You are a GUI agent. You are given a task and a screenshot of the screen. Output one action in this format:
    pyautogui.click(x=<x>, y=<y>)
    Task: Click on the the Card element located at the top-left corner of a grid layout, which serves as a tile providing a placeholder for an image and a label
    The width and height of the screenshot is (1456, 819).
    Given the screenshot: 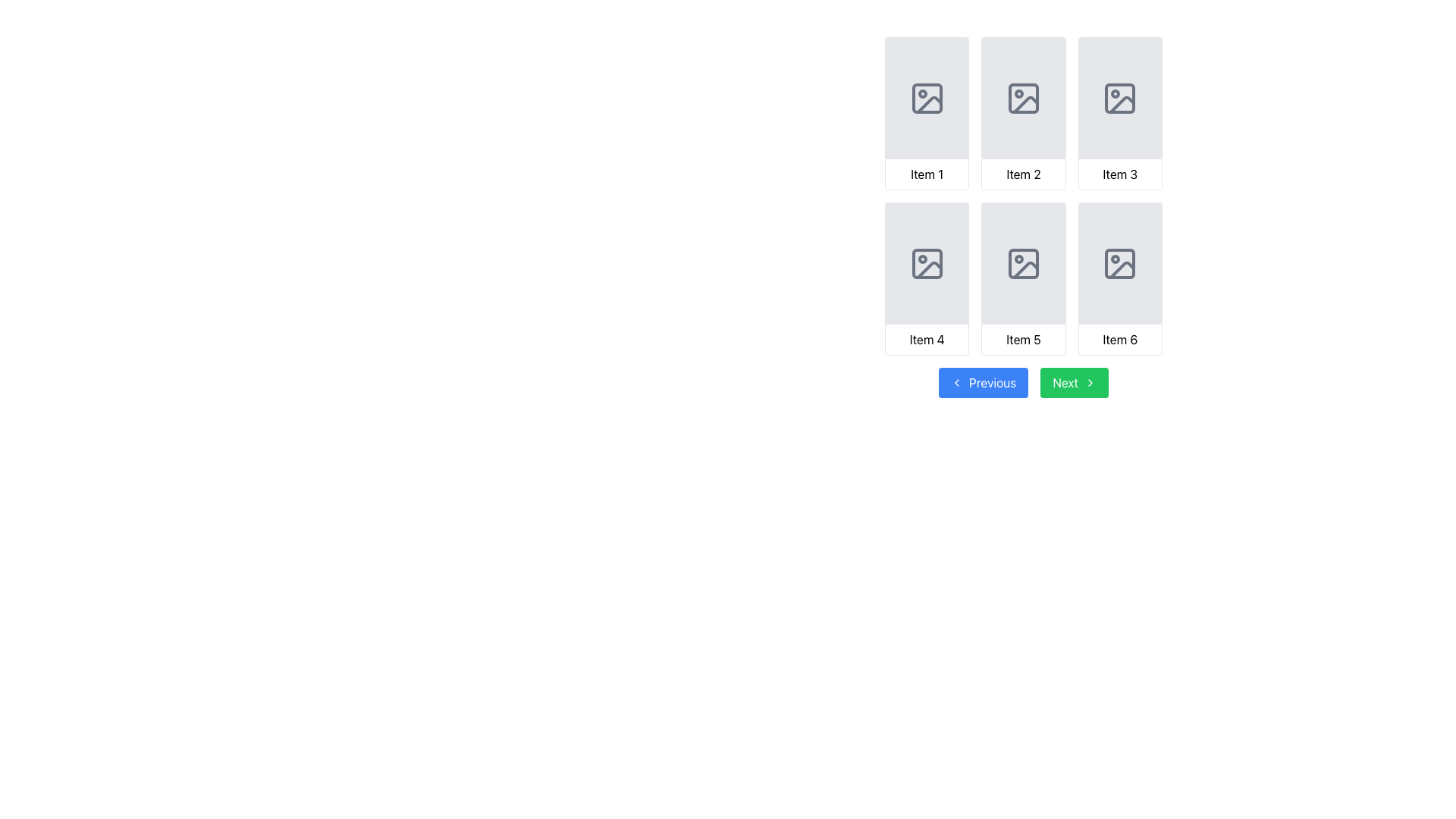 What is the action you would take?
    pyautogui.click(x=926, y=113)
    